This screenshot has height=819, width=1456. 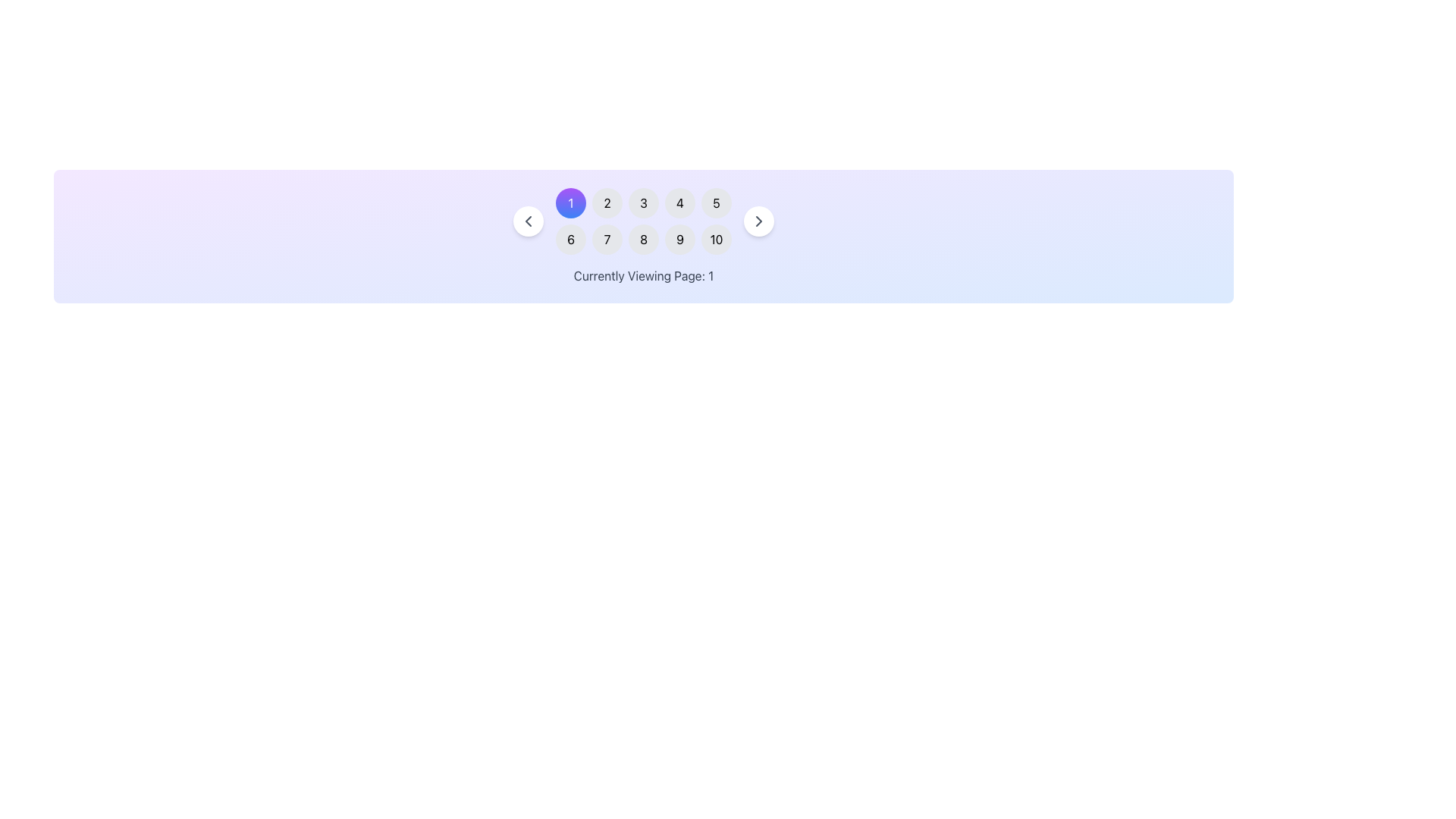 I want to click on the leftward chevron SVG icon with a gray stroke, located within a circular background on the left side of the pagination control bar, so click(x=528, y=221).